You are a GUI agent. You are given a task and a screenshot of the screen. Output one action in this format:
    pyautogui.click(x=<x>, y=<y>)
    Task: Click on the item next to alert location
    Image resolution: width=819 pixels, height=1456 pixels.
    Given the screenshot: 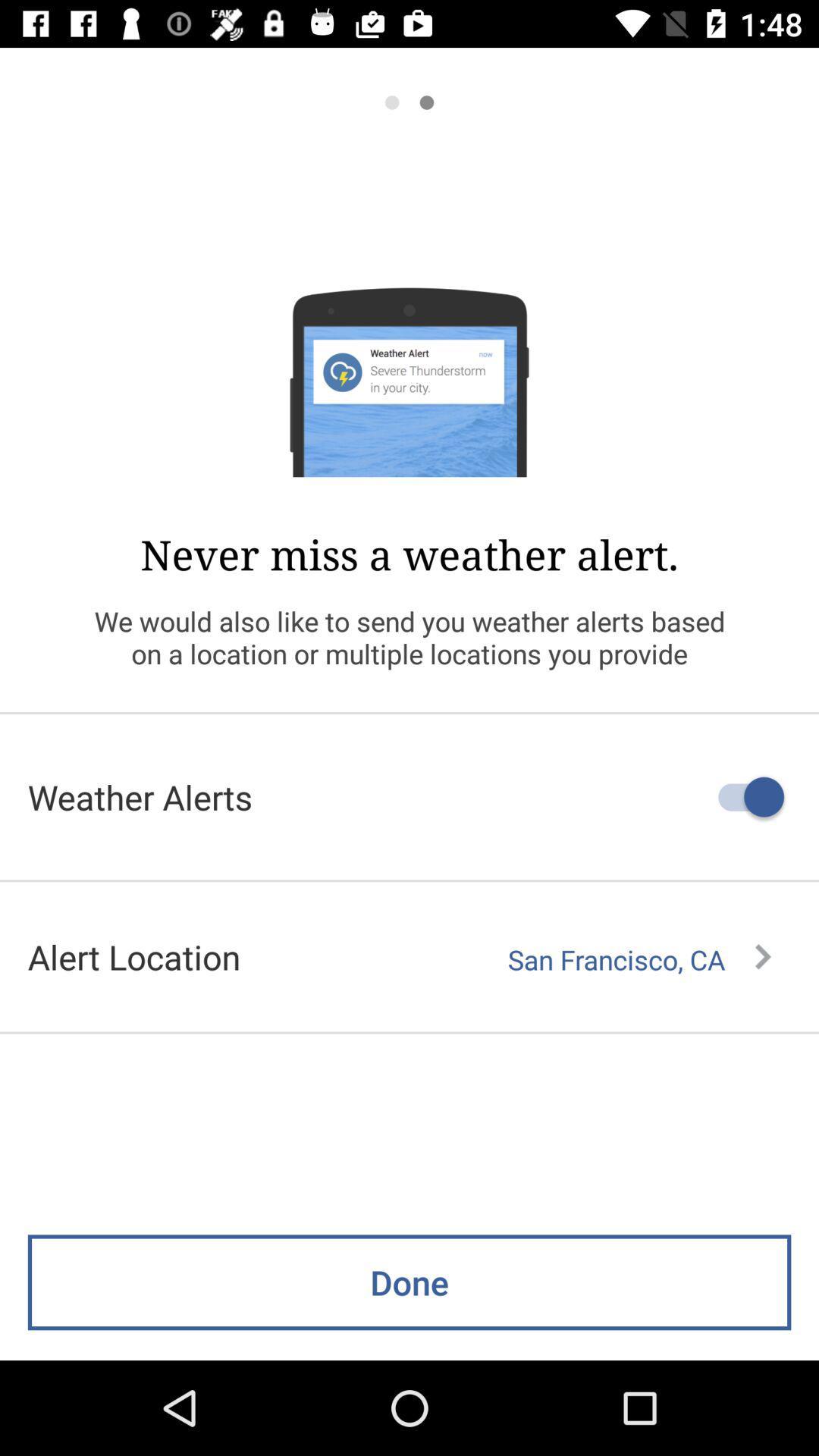 What is the action you would take?
    pyautogui.click(x=639, y=959)
    